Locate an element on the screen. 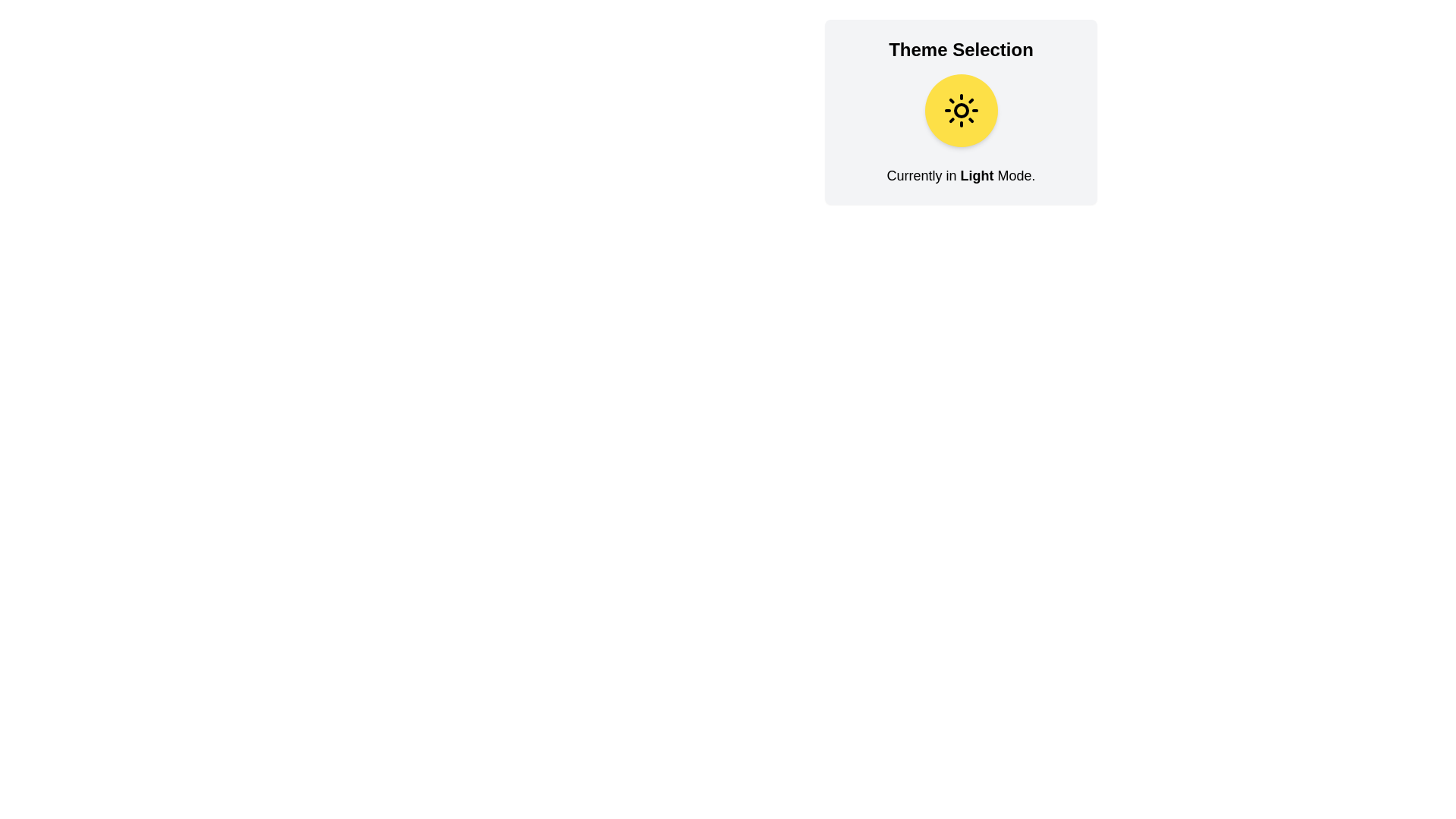 The image size is (1456, 819). the circular yellow button with a sun icon is located at coordinates (960, 110).